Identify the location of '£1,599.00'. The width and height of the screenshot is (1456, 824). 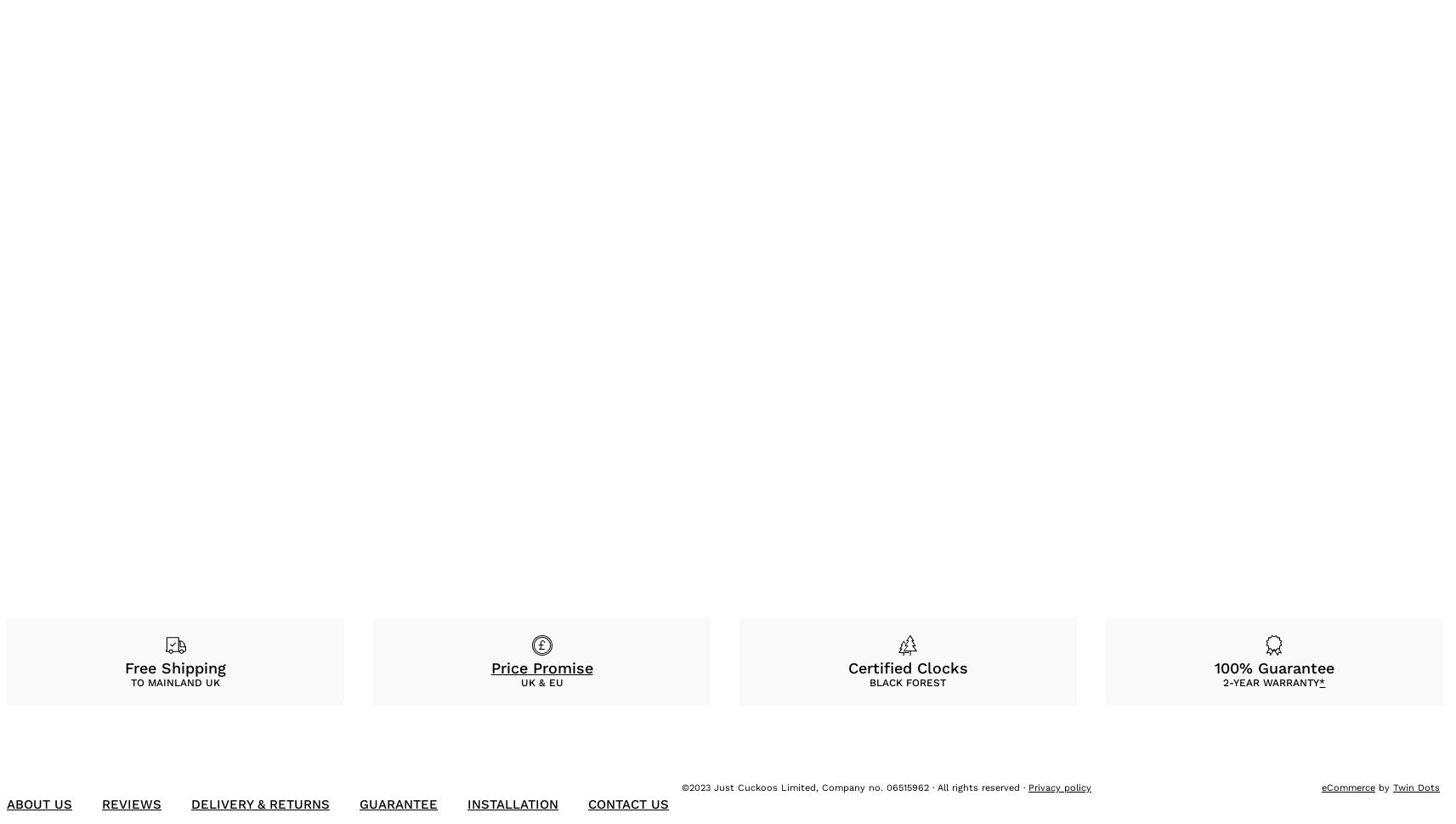
(320, 474).